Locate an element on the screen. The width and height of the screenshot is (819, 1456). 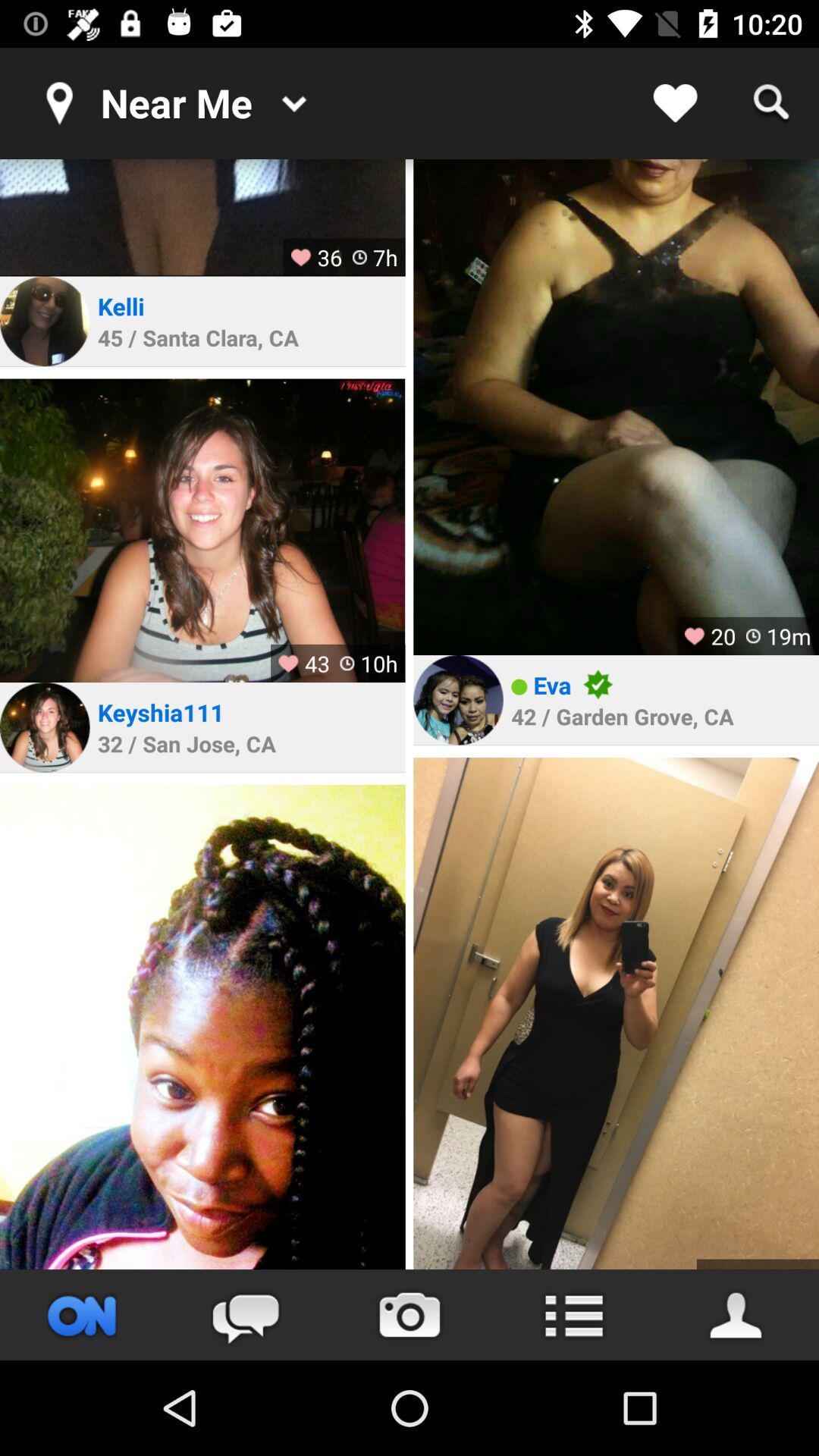
take a picture is located at coordinates (409, 1314).